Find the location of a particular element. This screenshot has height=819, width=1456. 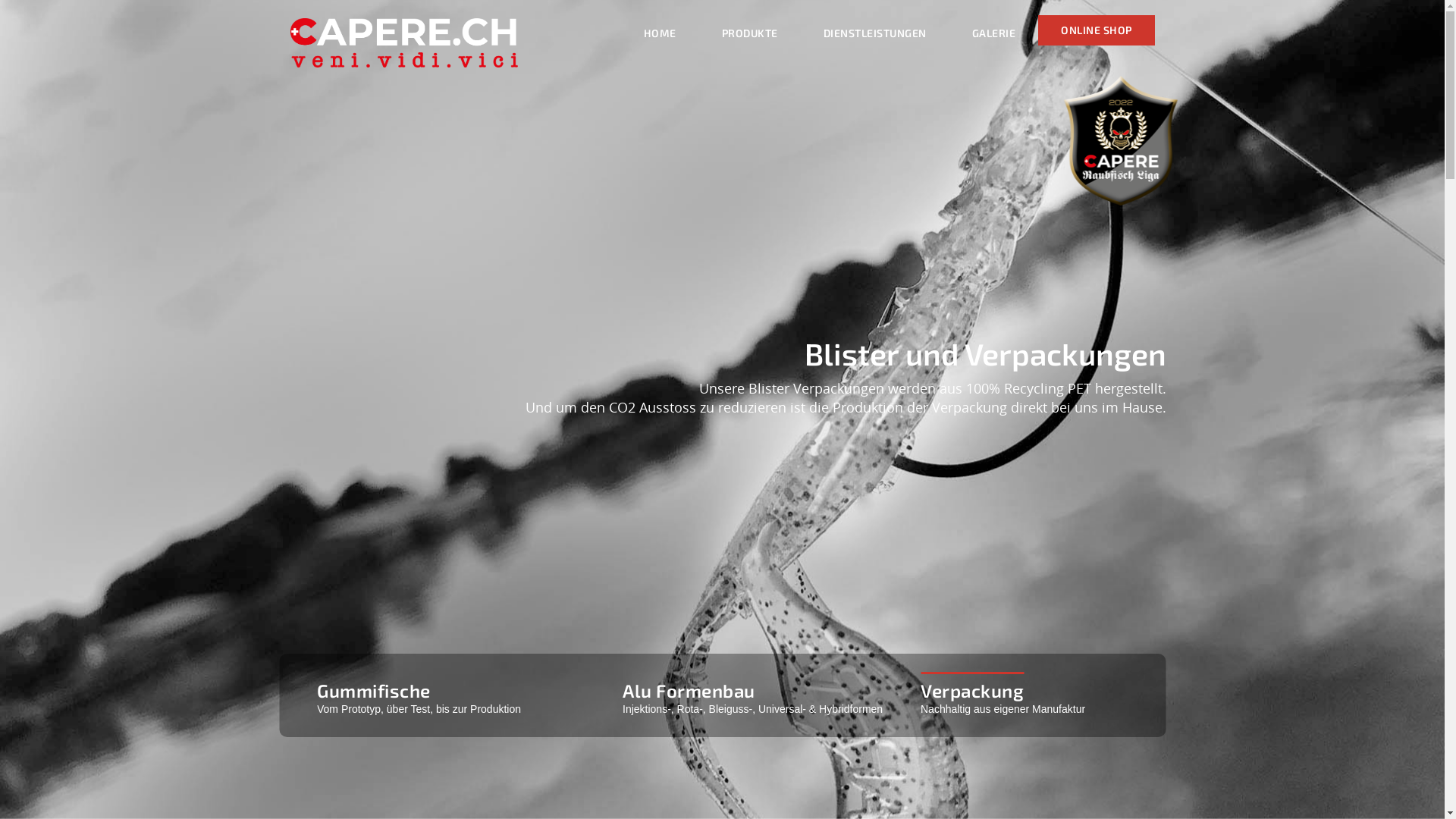

'ONLINE SHOP' is located at coordinates (1096, 30).